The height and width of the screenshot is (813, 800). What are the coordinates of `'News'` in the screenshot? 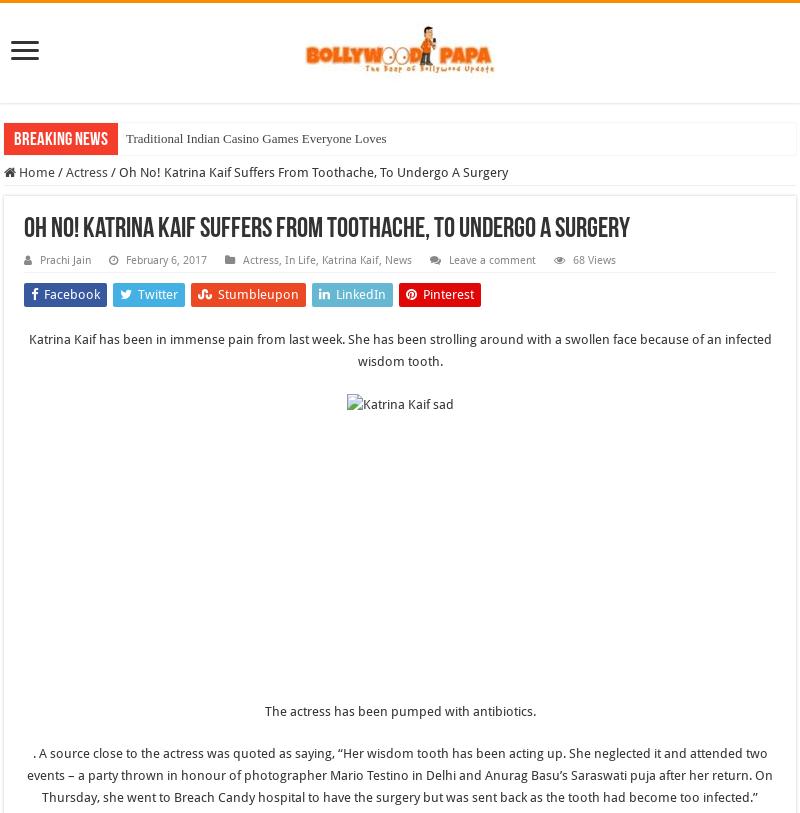 It's located at (384, 259).